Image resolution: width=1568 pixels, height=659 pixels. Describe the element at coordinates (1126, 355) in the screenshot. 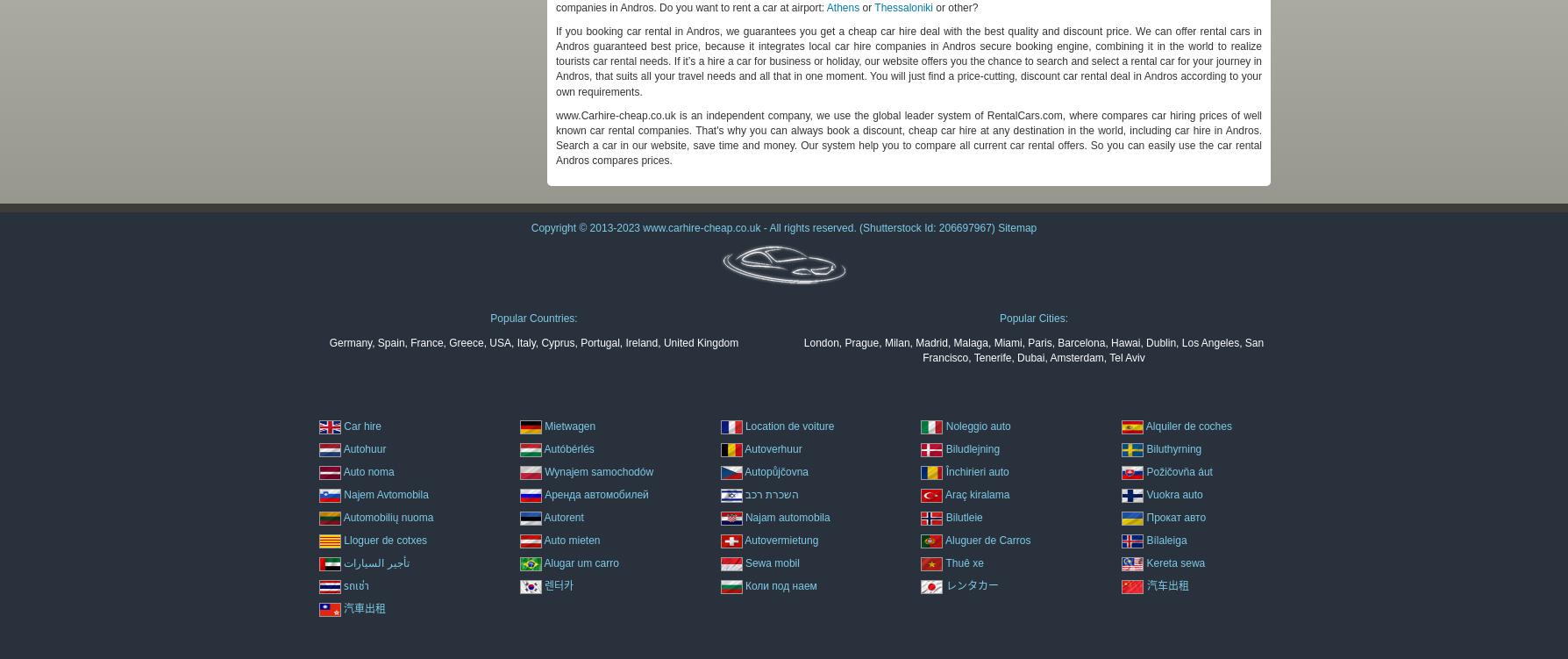

I see `'Tel Aviv'` at that location.